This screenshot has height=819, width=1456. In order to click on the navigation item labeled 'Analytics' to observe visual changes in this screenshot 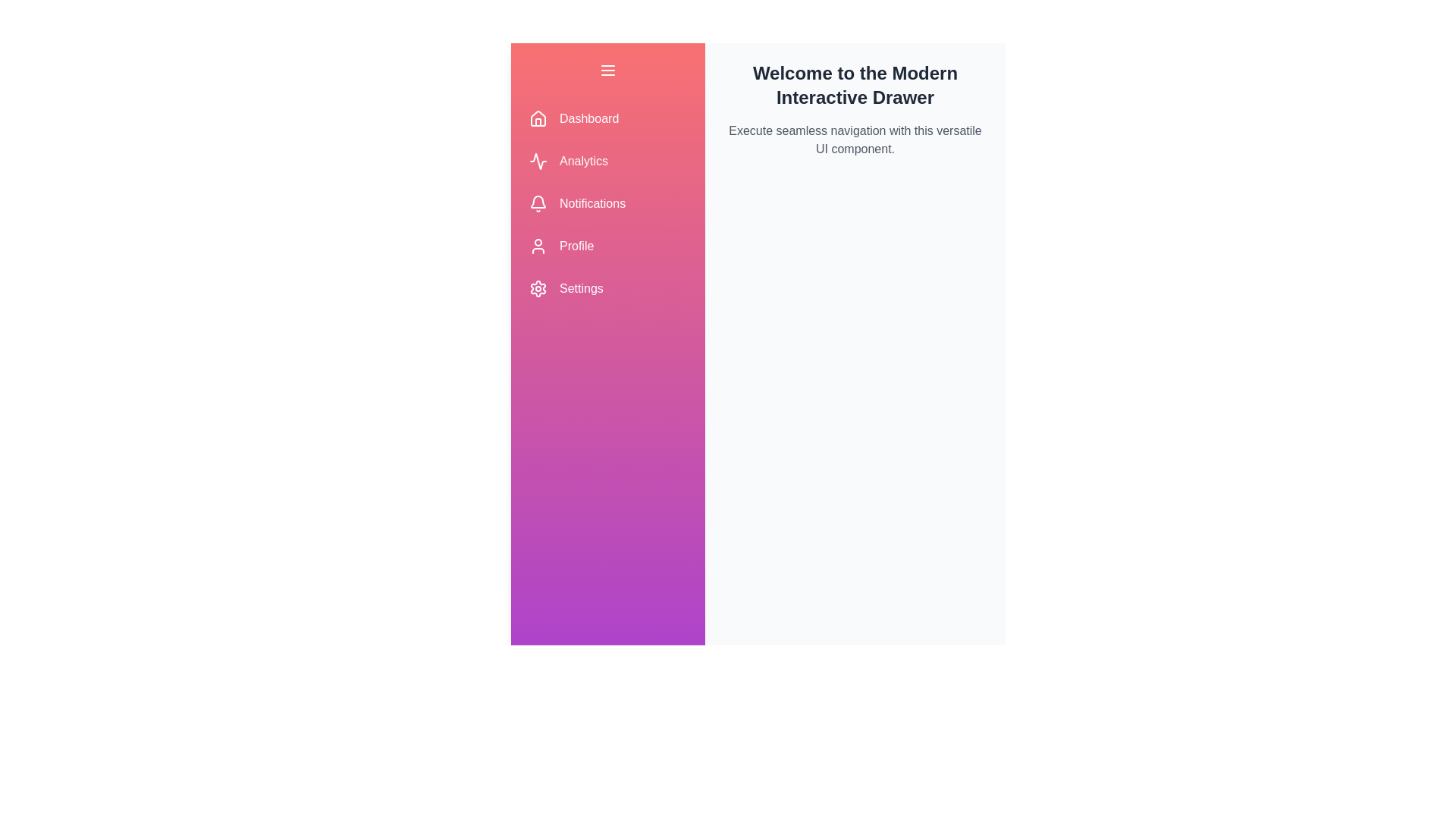, I will do `click(607, 161)`.